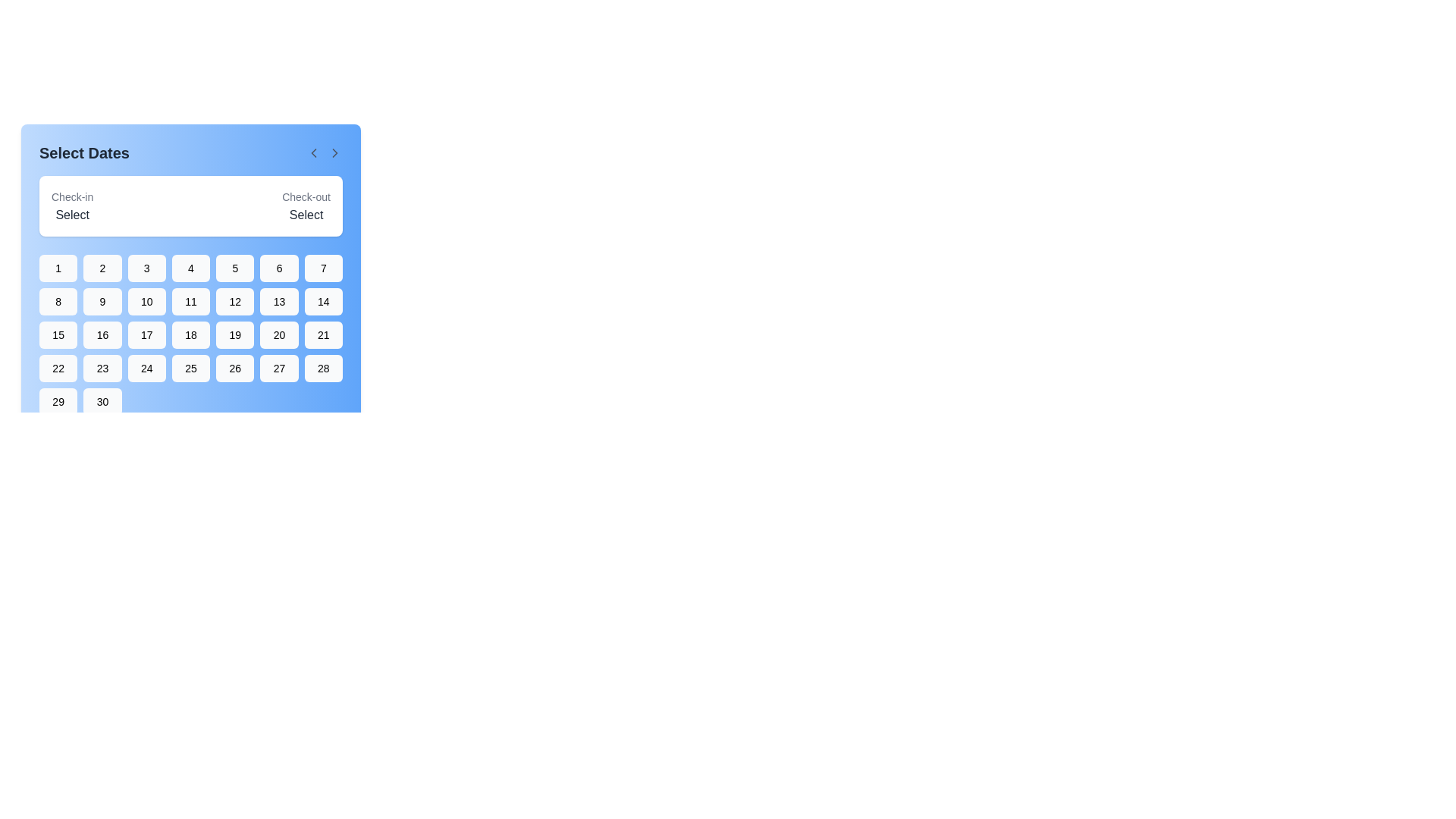  I want to click on the 'Select' text label, which is displayed in bold gray font on a white background and located under the 'Check-in' heading, so click(71, 215).